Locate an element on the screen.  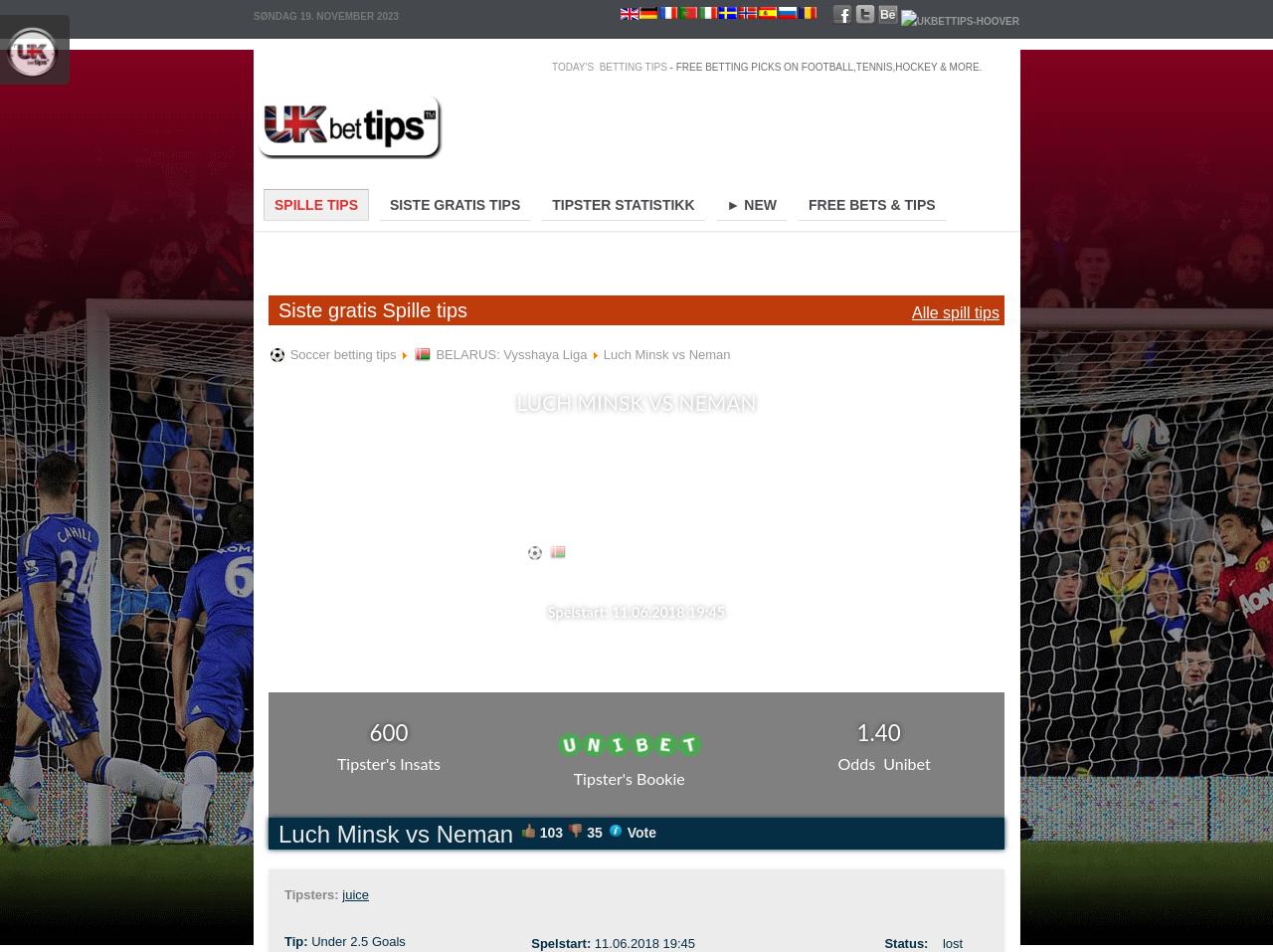
'Tip: " Under 2.5 Goals" offered at Odds 1.40' is located at coordinates (635, 455).